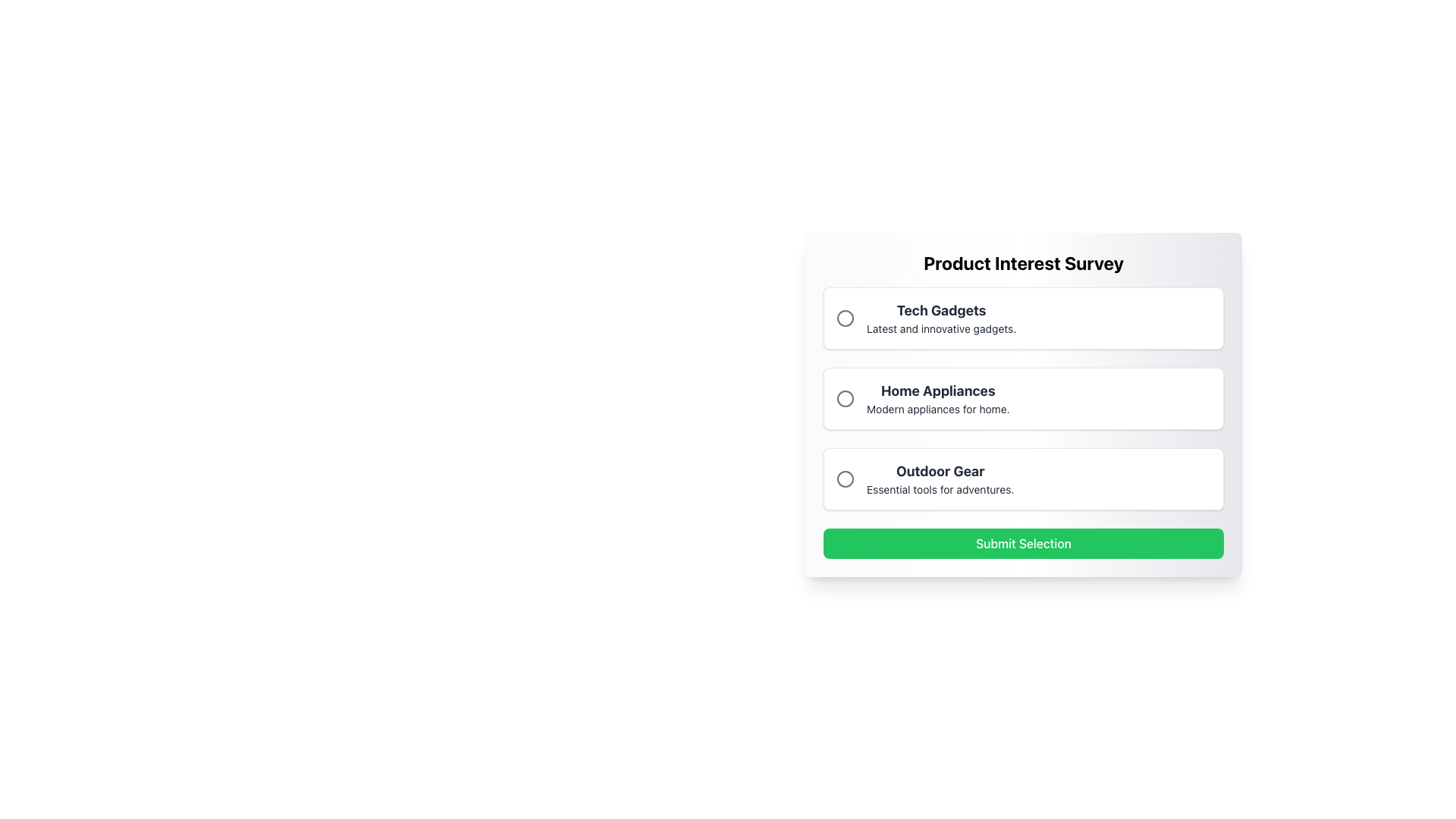 This screenshot has width=1456, height=819. What do you see at coordinates (940, 318) in the screenshot?
I see `the Text label displaying 'Tech Gadgets' which is the first entry in the selection list, styled with a bold title and a descriptive subtitle` at bounding box center [940, 318].